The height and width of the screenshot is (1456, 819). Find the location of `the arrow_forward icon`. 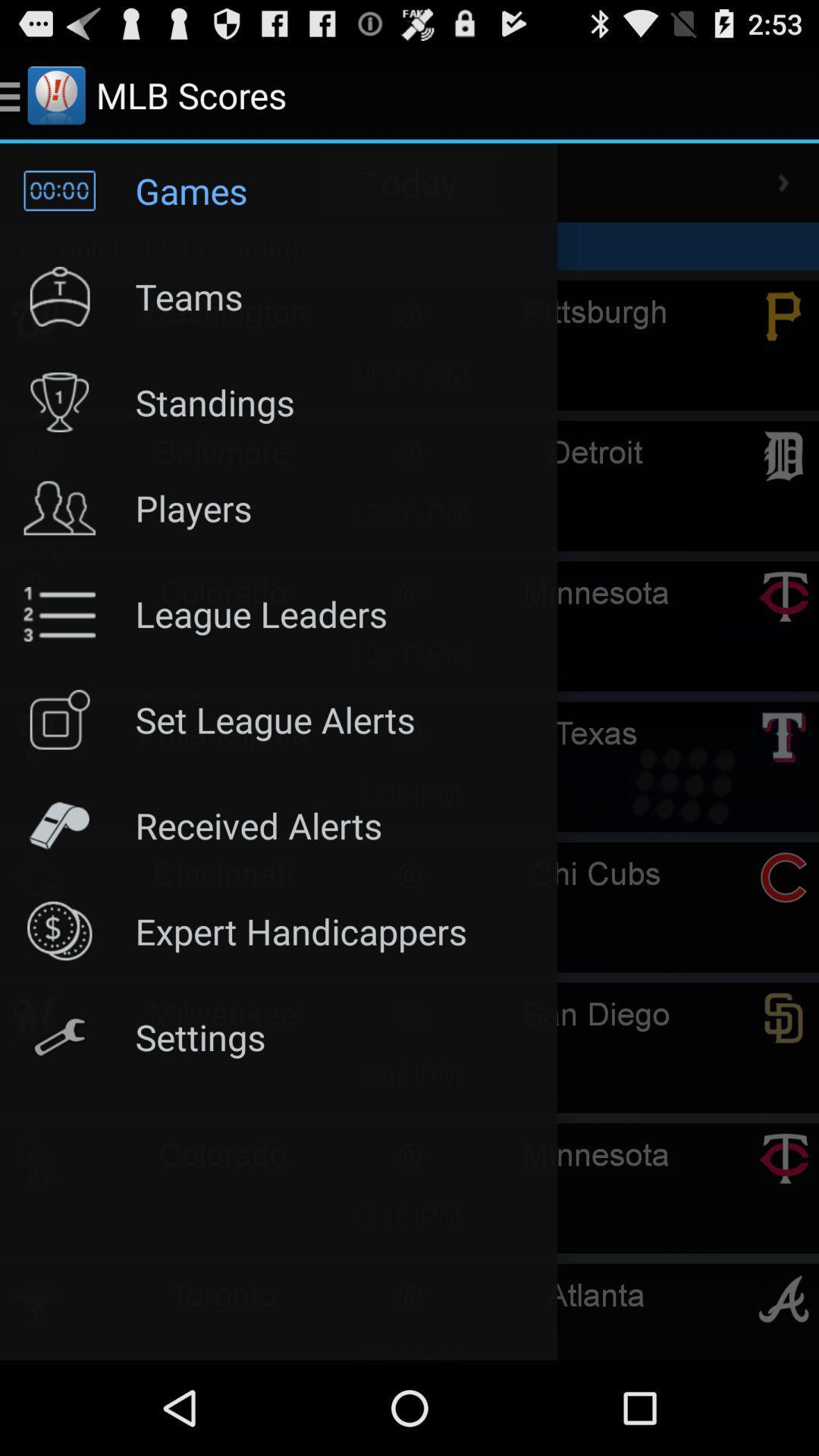

the arrow_forward icon is located at coordinates (783, 195).